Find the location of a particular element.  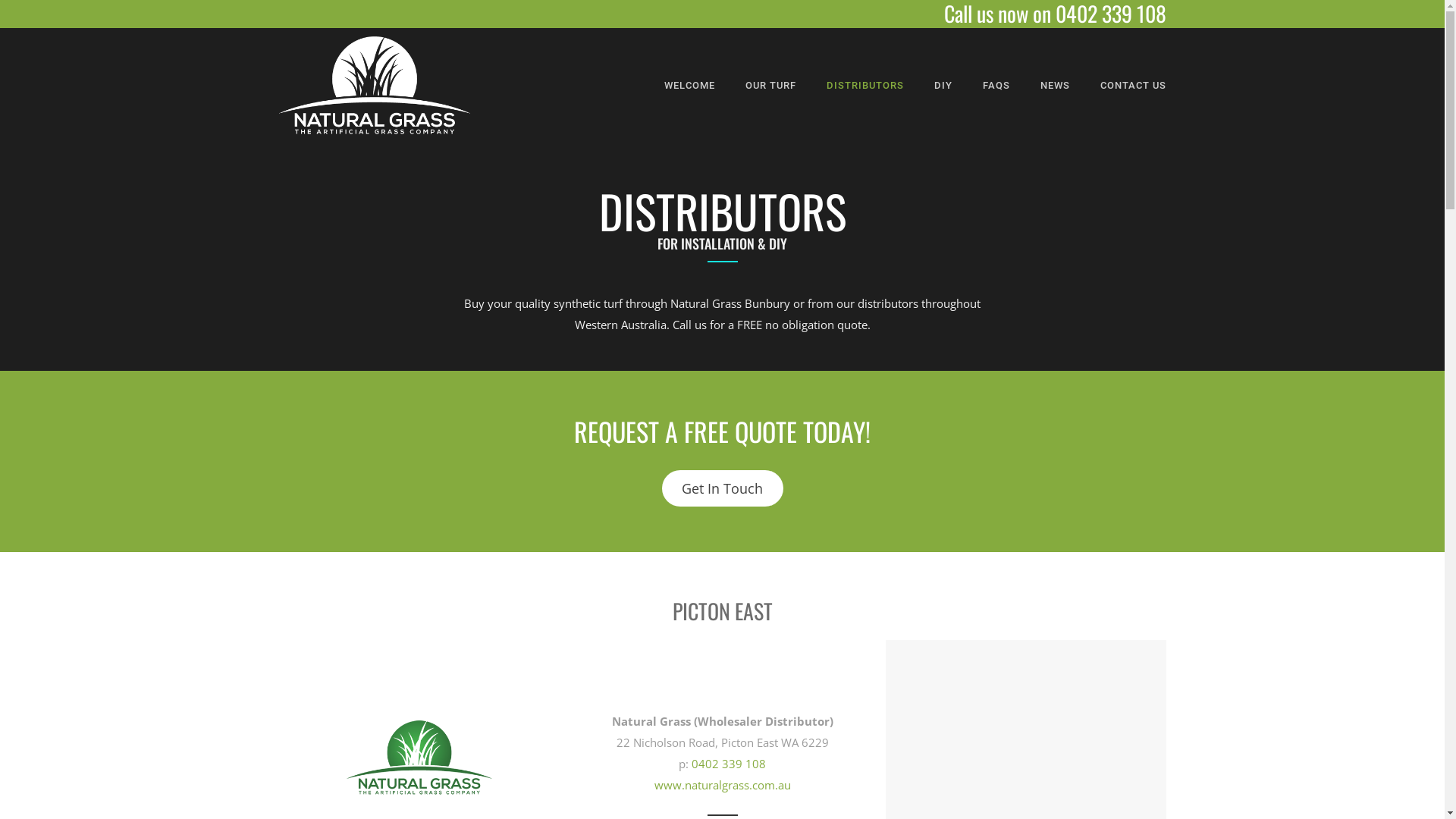

'DISTRIBUTORS' is located at coordinates (865, 85).